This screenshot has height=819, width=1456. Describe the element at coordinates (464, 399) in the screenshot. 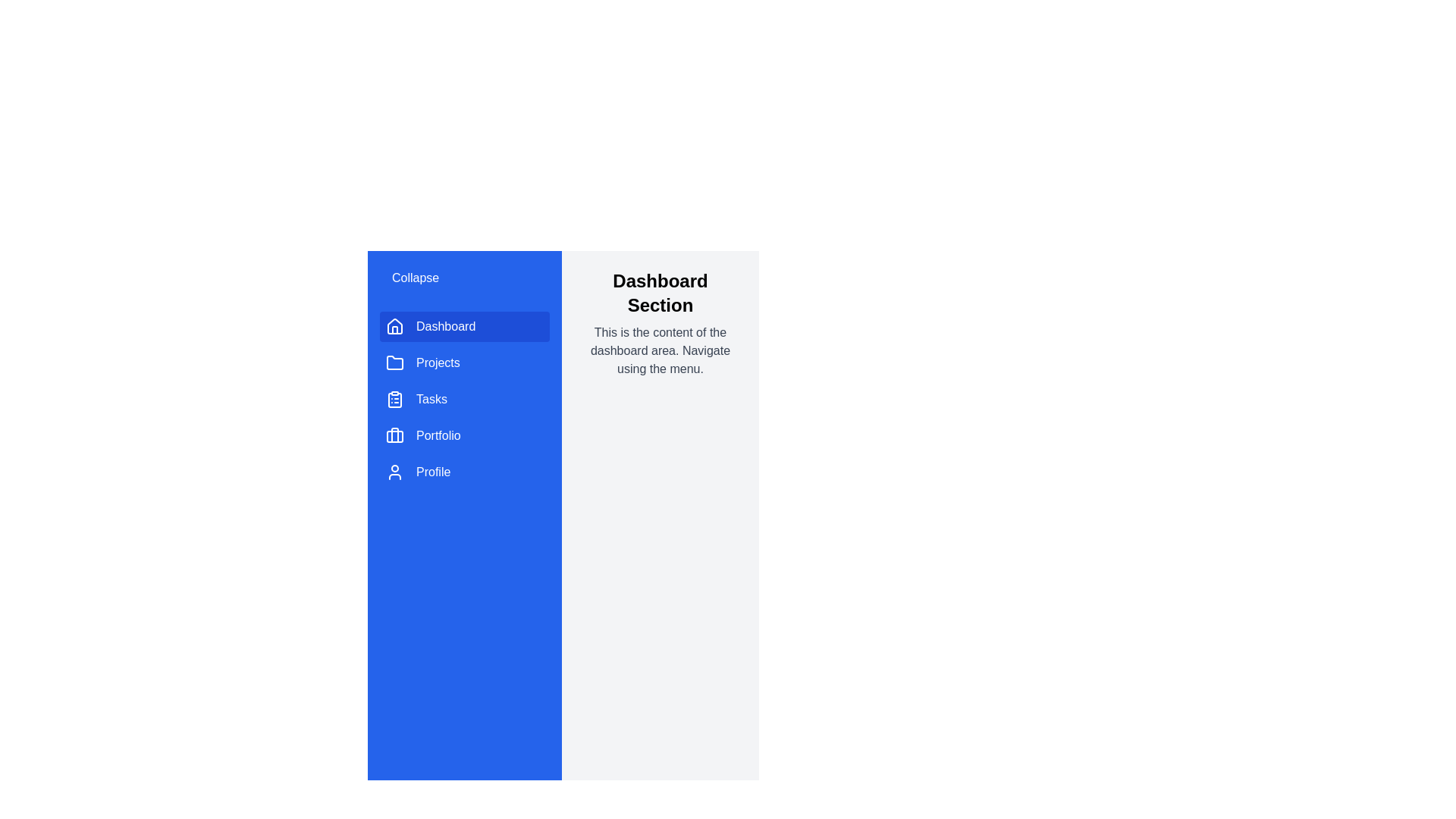

I see `the menu item Tasks to navigate to the corresponding section` at that location.